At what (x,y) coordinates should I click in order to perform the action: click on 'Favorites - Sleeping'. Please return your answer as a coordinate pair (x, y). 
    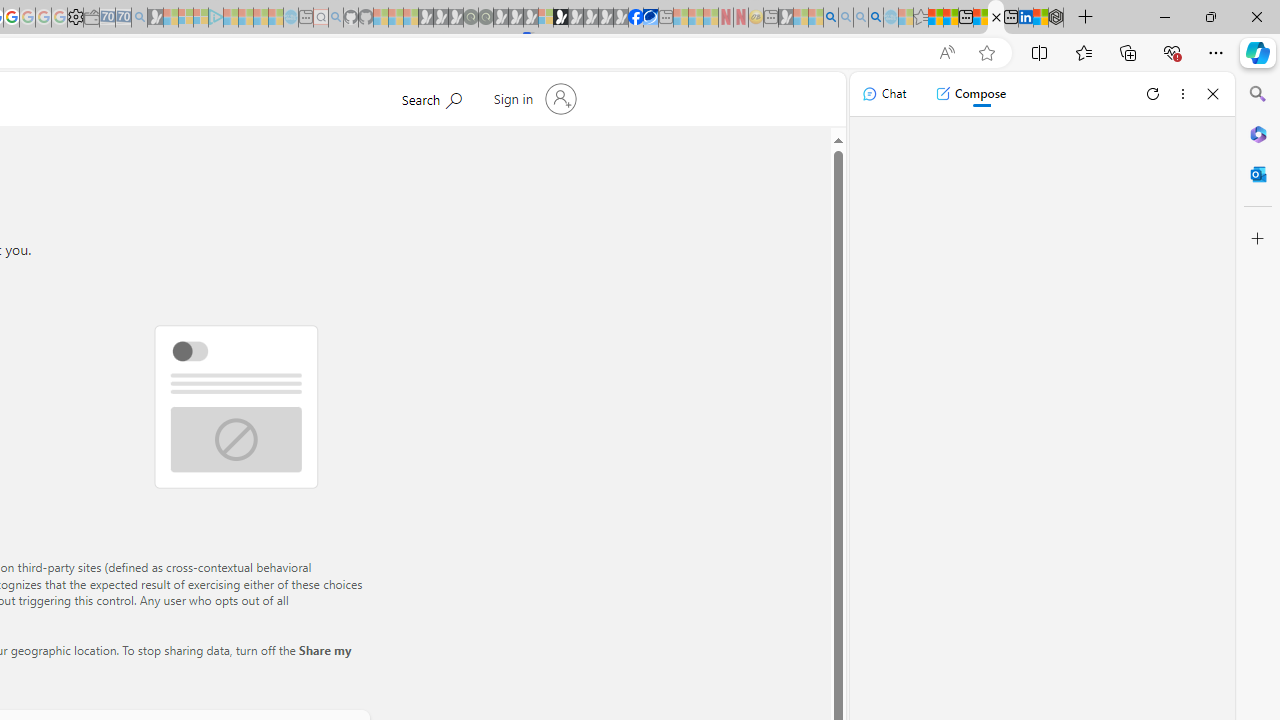
    Looking at the image, I should click on (919, 17).